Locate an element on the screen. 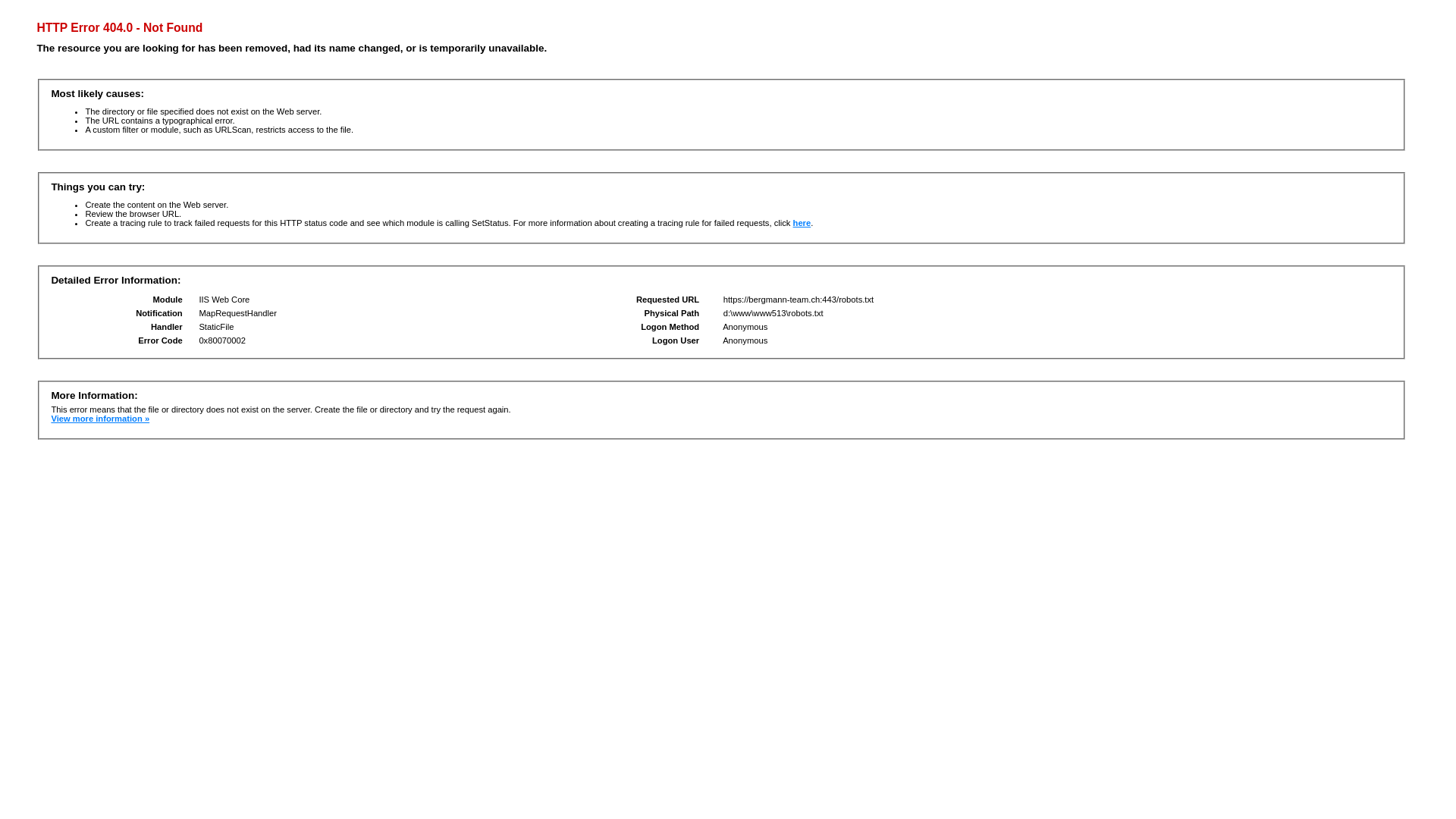 The height and width of the screenshot is (819, 1456). 'here' is located at coordinates (801, 222).